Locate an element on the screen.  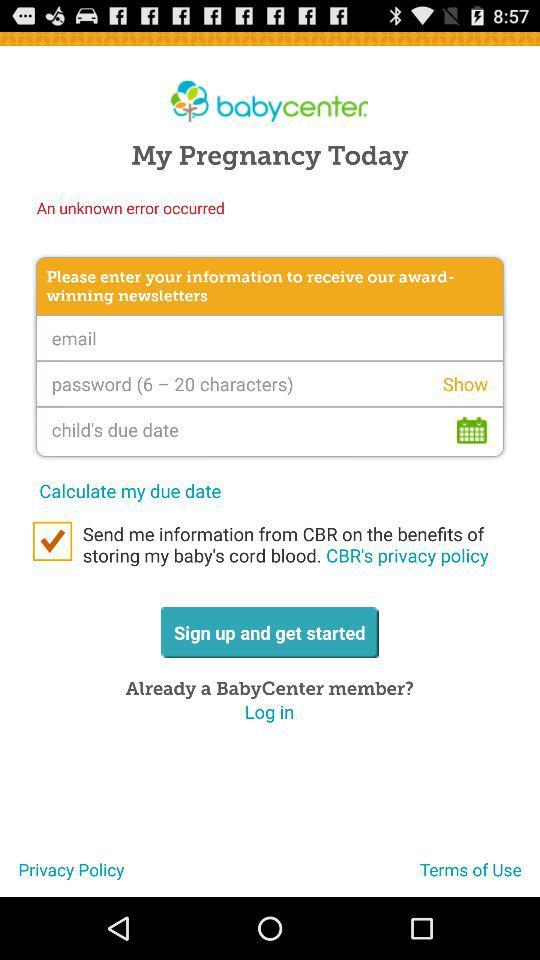
the item above already a babycenter is located at coordinates (269, 631).